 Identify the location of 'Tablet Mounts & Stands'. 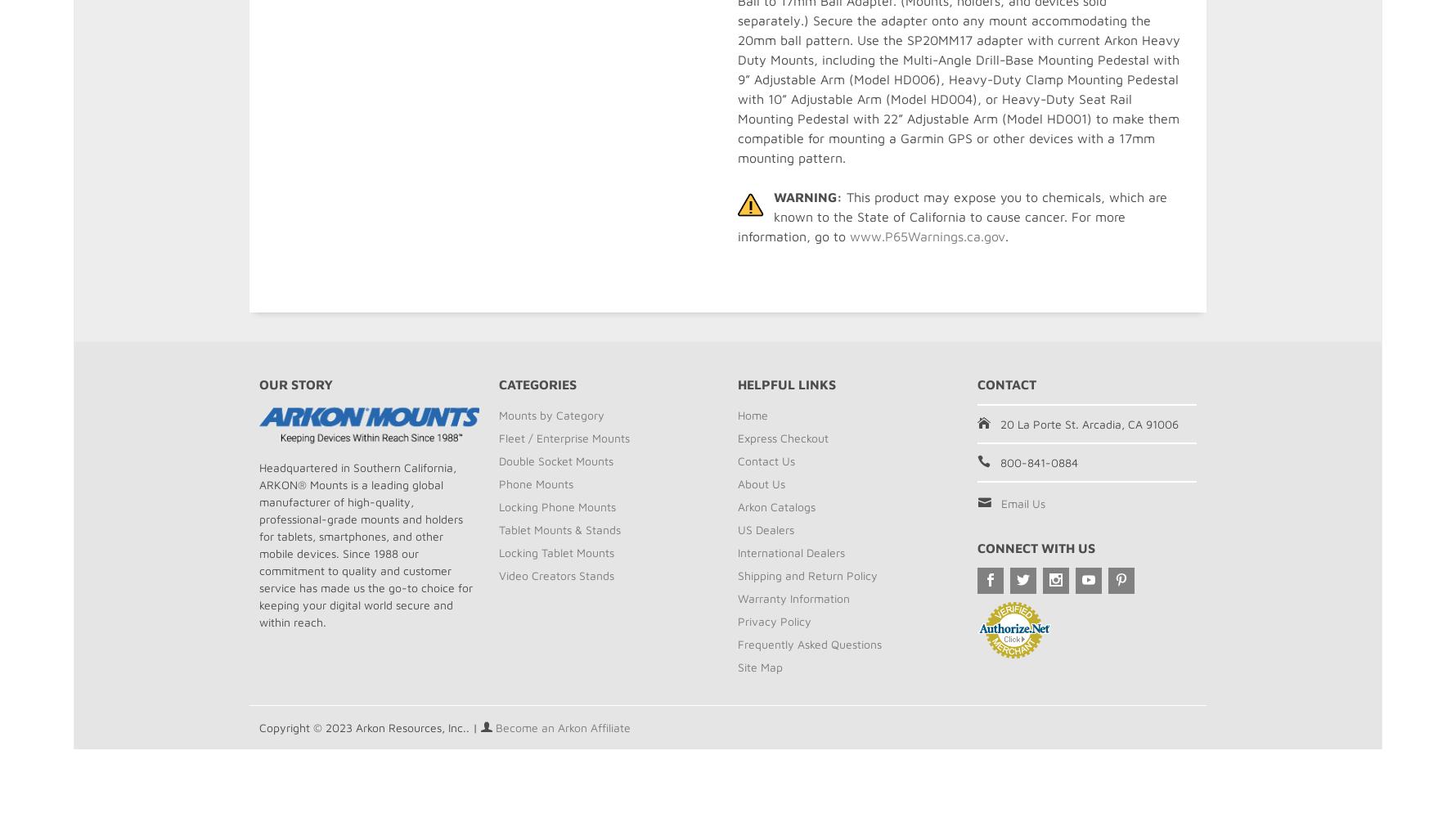
(558, 529).